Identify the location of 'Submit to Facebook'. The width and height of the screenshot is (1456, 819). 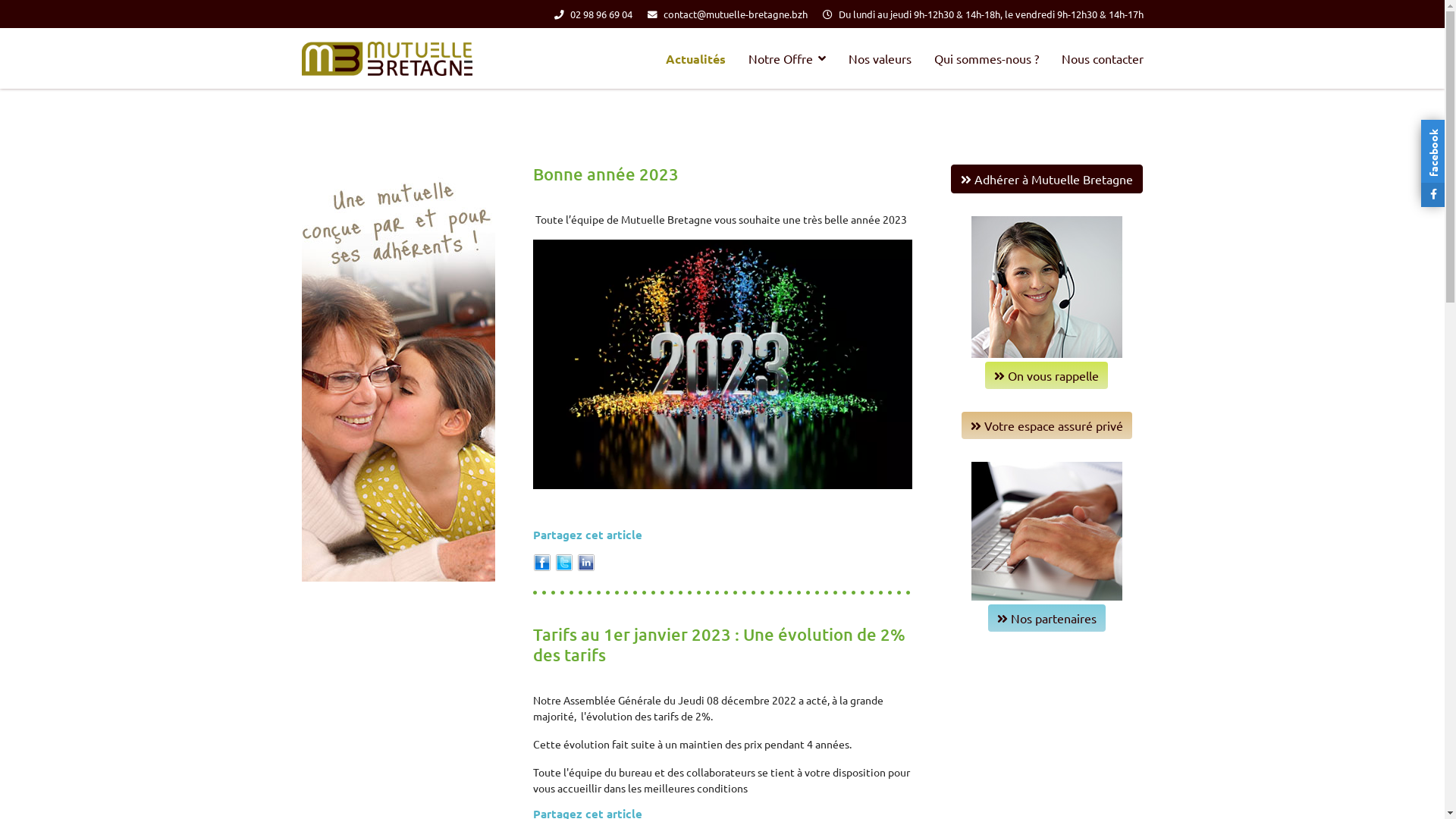
(541, 561).